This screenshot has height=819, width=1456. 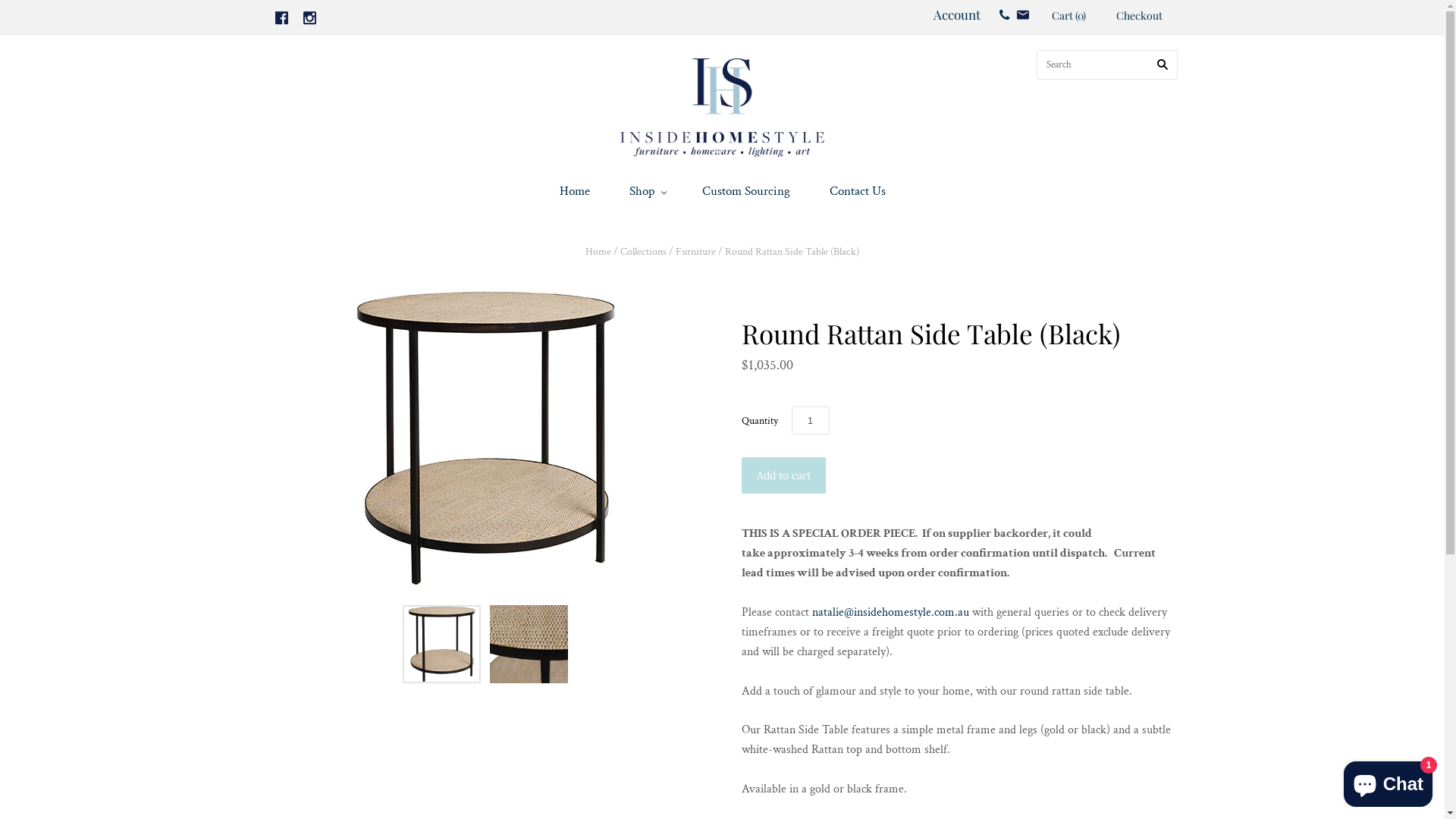 What do you see at coordinates (308, 17) in the screenshot?
I see `'Instagram'` at bounding box center [308, 17].